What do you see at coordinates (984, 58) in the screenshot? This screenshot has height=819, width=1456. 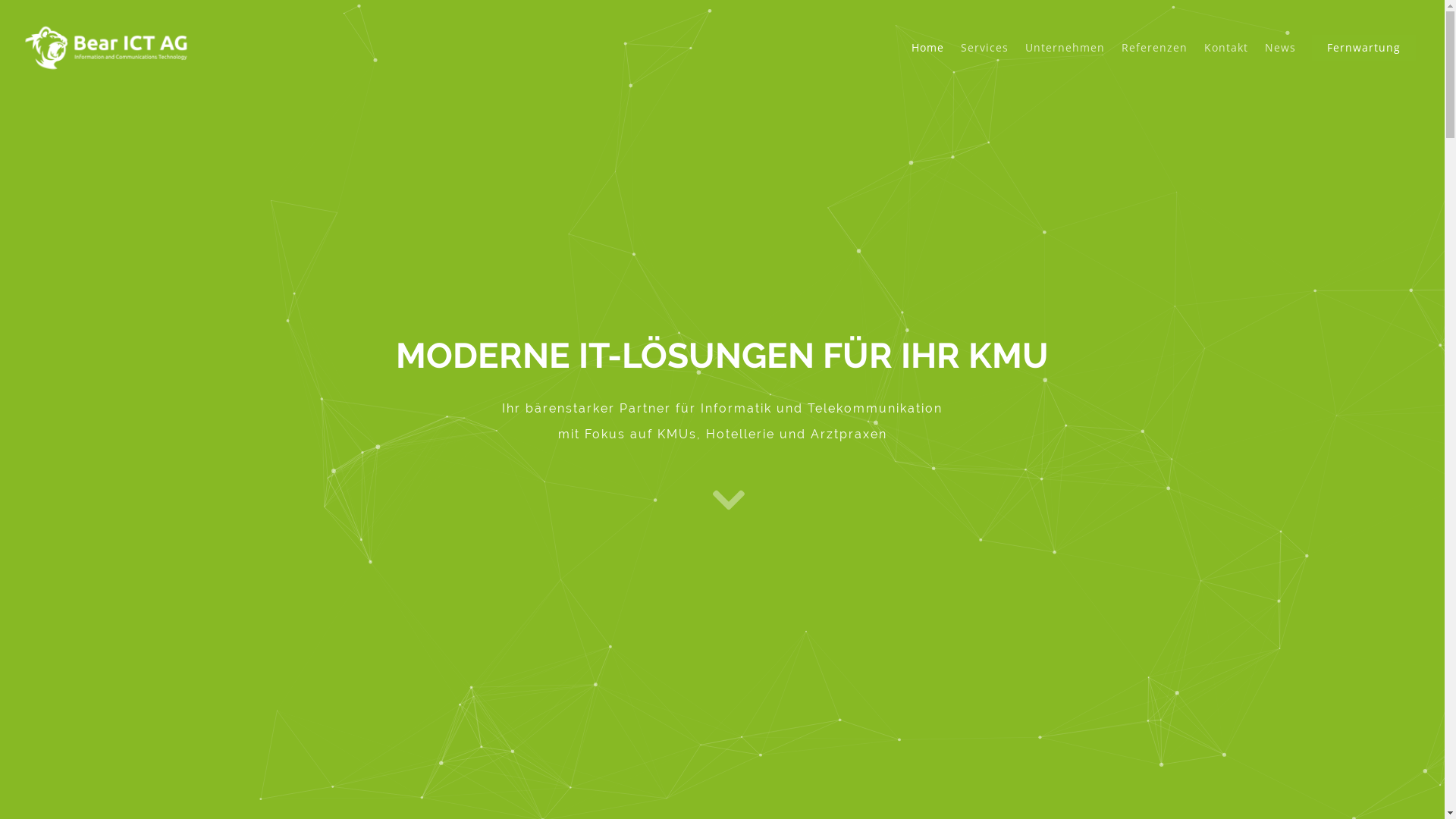 I see `'Services'` at bounding box center [984, 58].